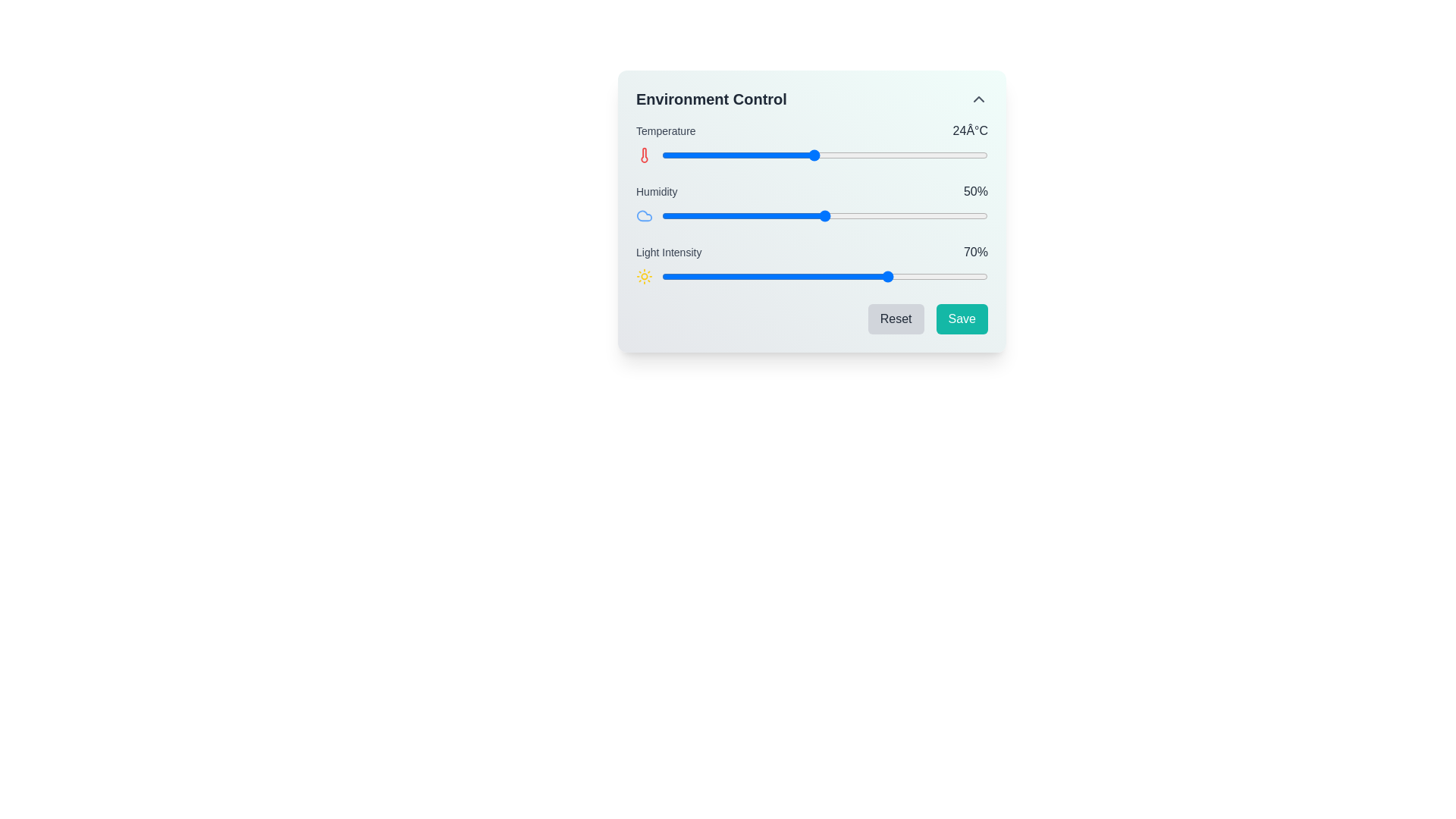 This screenshot has width=1456, height=819. What do you see at coordinates (824, 155) in the screenshot?
I see `the temperature slider` at bounding box center [824, 155].